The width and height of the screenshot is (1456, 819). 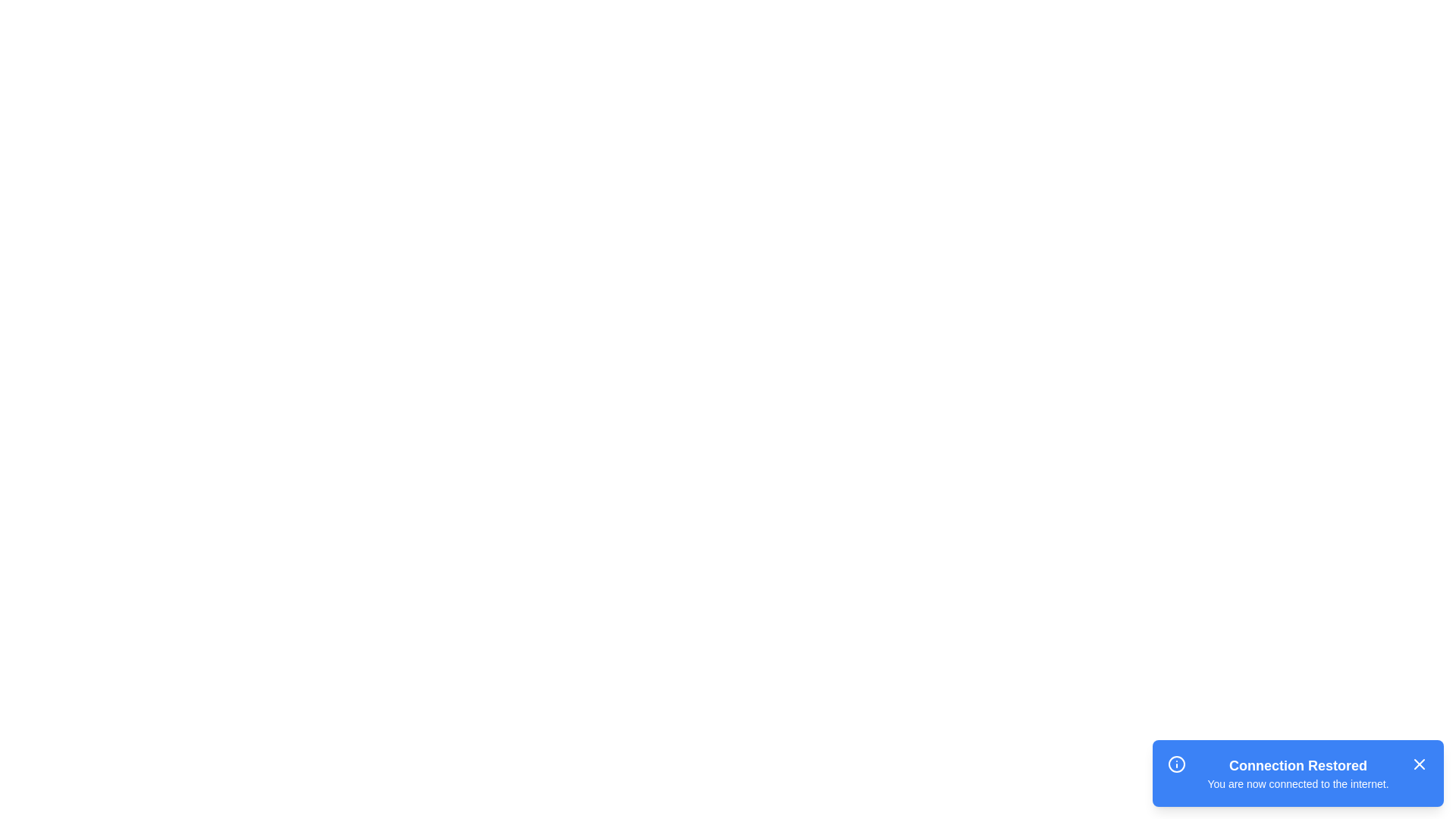 I want to click on the text block that indicates the restored internet connection located in the notification card at the bottom-right corner of the viewport to interact with its surroundings, so click(x=1298, y=773).